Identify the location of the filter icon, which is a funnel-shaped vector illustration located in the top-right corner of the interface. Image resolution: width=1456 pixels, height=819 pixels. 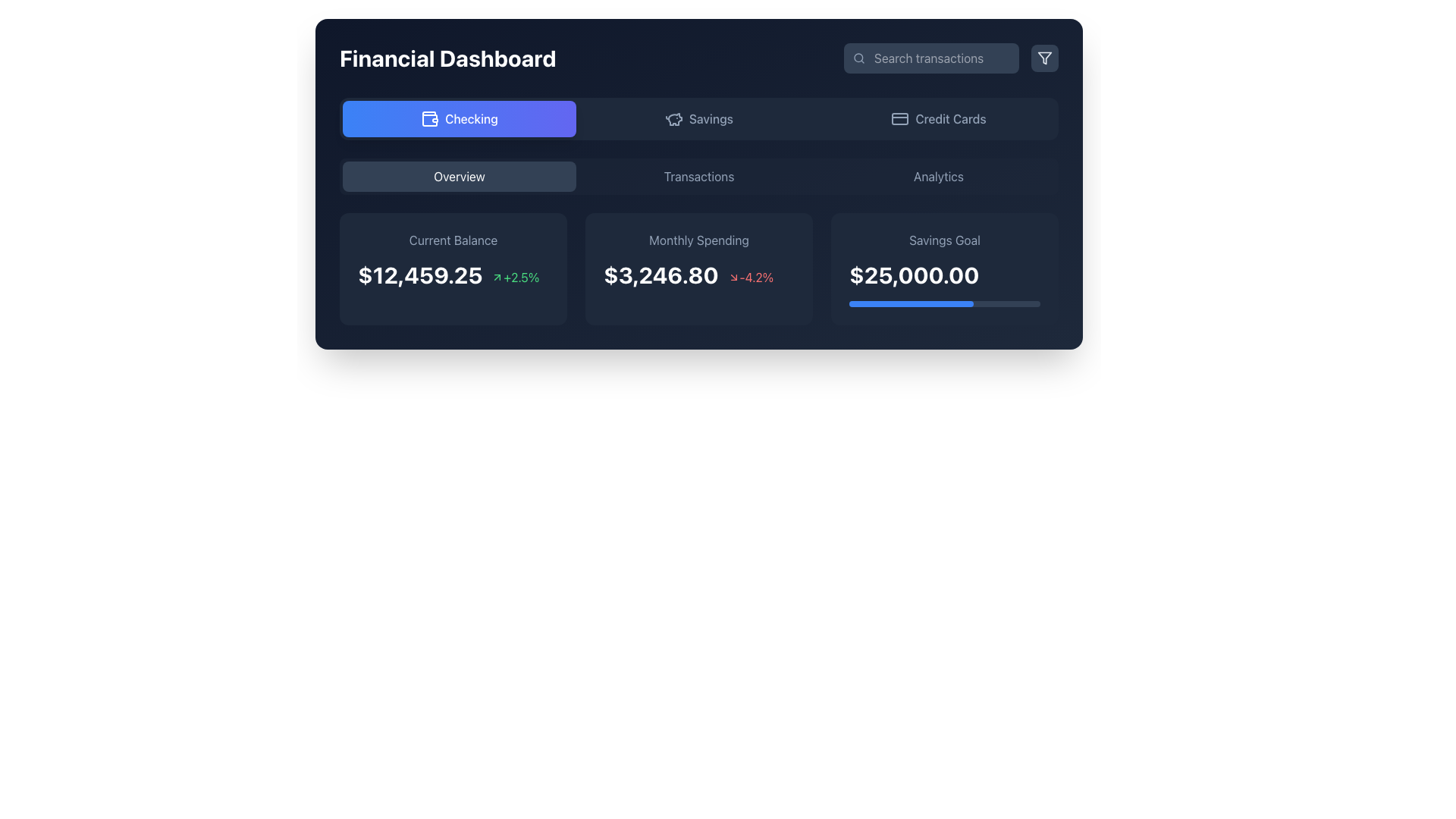
(1043, 58).